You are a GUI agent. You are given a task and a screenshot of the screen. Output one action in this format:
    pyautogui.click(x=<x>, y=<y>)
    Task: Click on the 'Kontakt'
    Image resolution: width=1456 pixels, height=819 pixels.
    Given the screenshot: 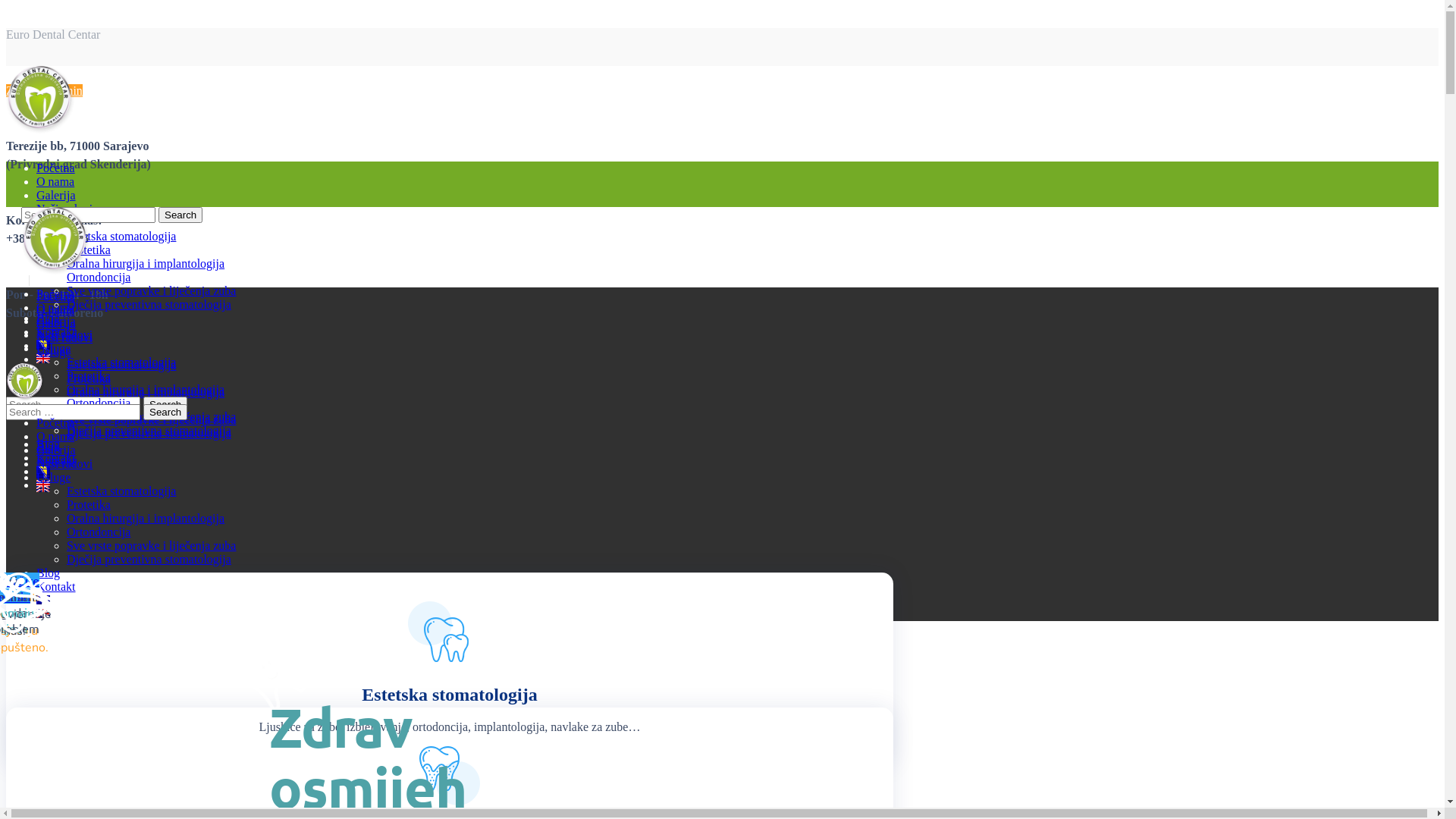 What is the action you would take?
    pyautogui.click(x=36, y=460)
    